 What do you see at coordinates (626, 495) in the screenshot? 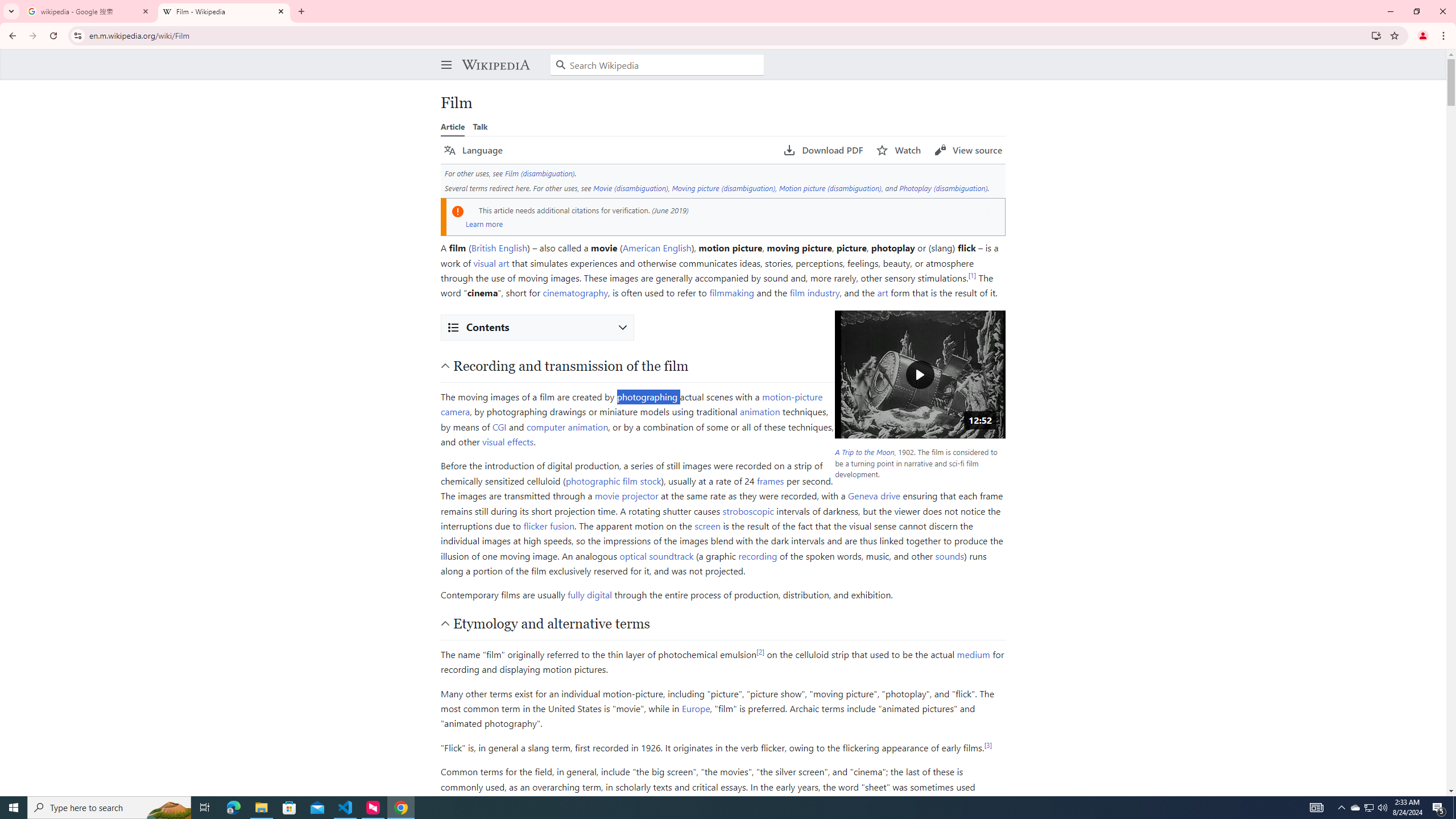
I see `'movie projector'` at bounding box center [626, 495].